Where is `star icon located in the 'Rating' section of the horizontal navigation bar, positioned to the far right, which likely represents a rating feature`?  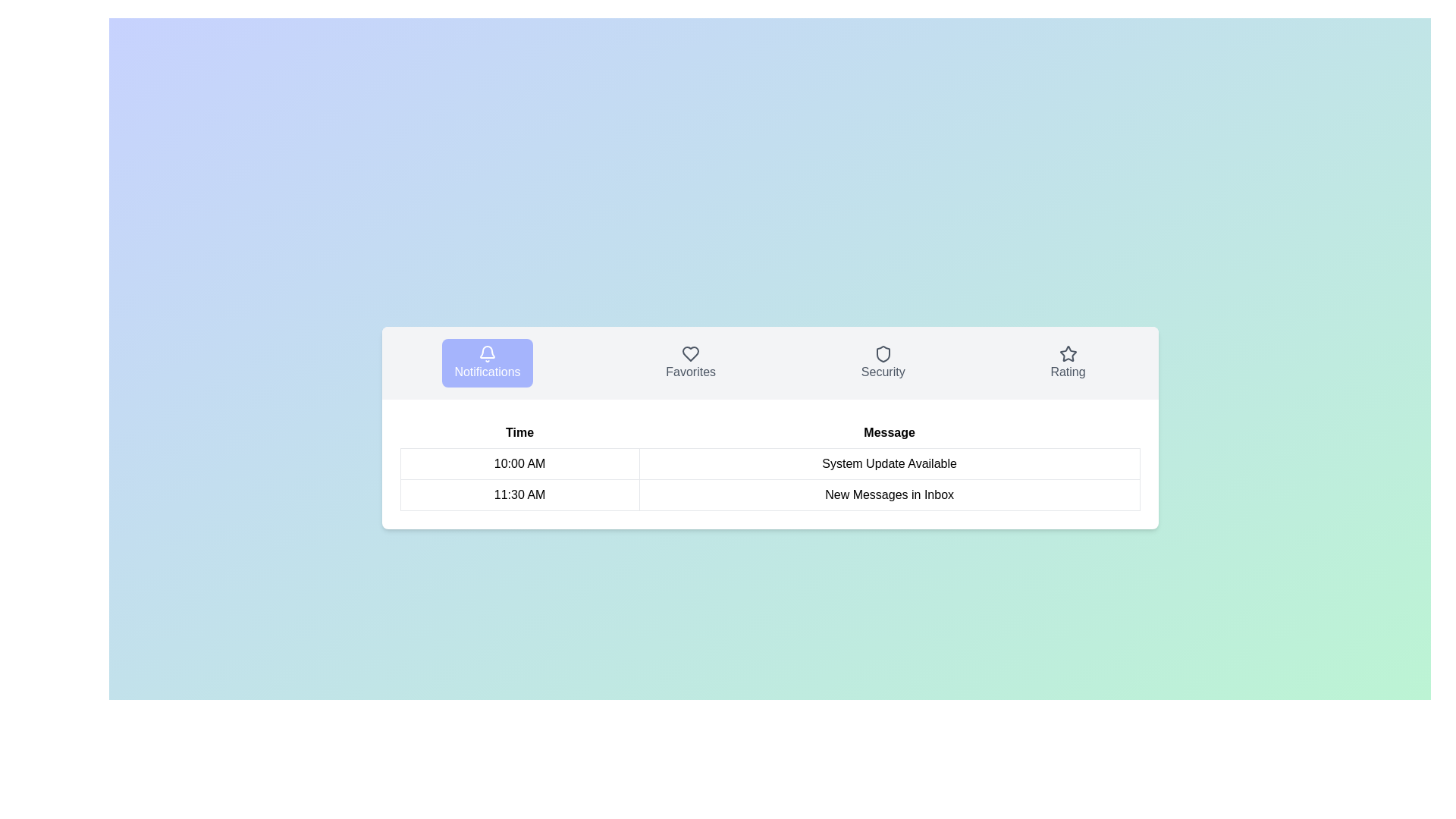
star icon located in the 'Rating' section of the horizontal navigation bar, positioned to the far right, which likely represents a rating feature is located at coordinates (1067, 353).